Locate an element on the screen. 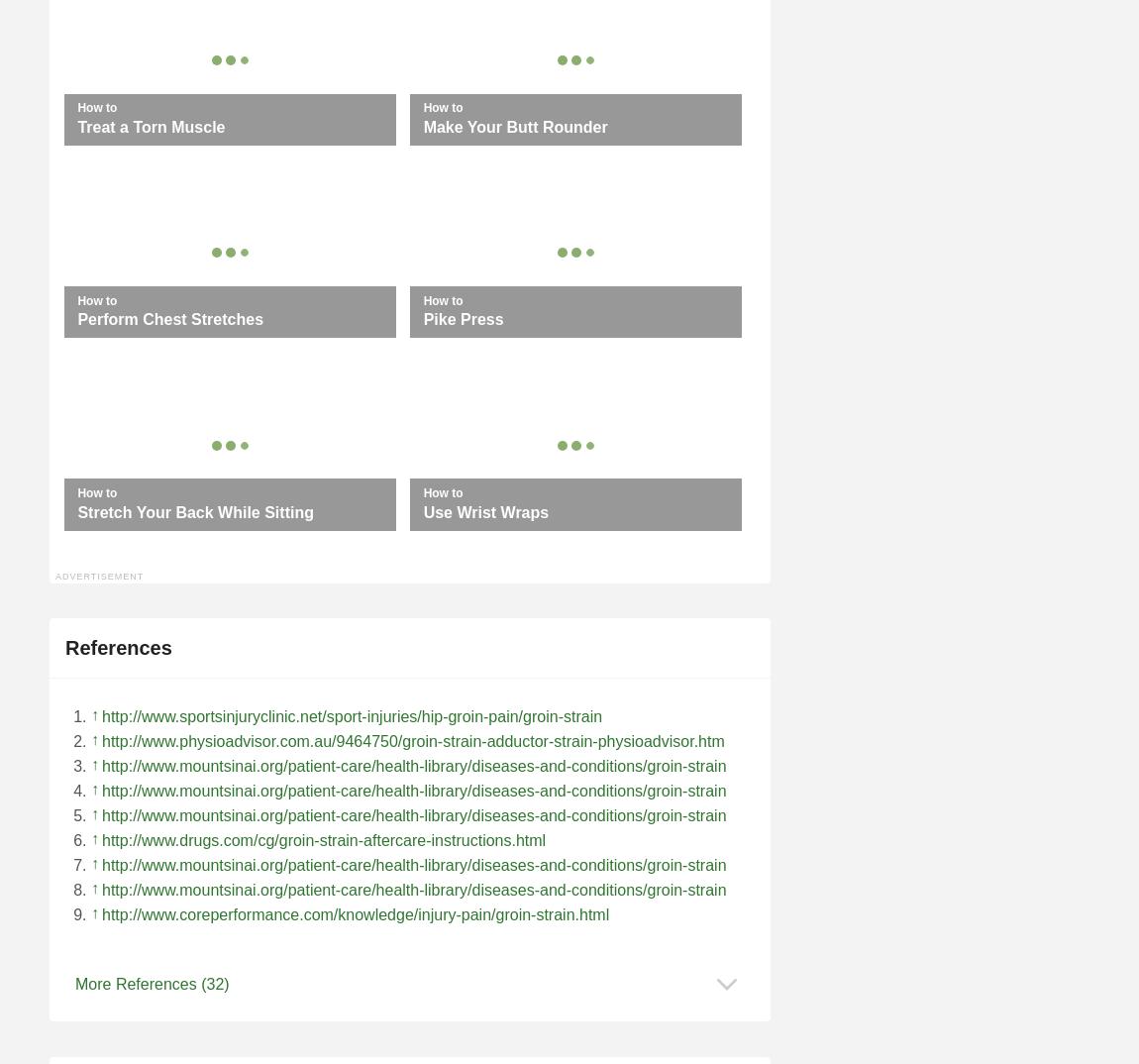 The width and height of the screenshot is (1139, 1064). 'Use Wrist Wraps' is located at coordinates (485, 511).